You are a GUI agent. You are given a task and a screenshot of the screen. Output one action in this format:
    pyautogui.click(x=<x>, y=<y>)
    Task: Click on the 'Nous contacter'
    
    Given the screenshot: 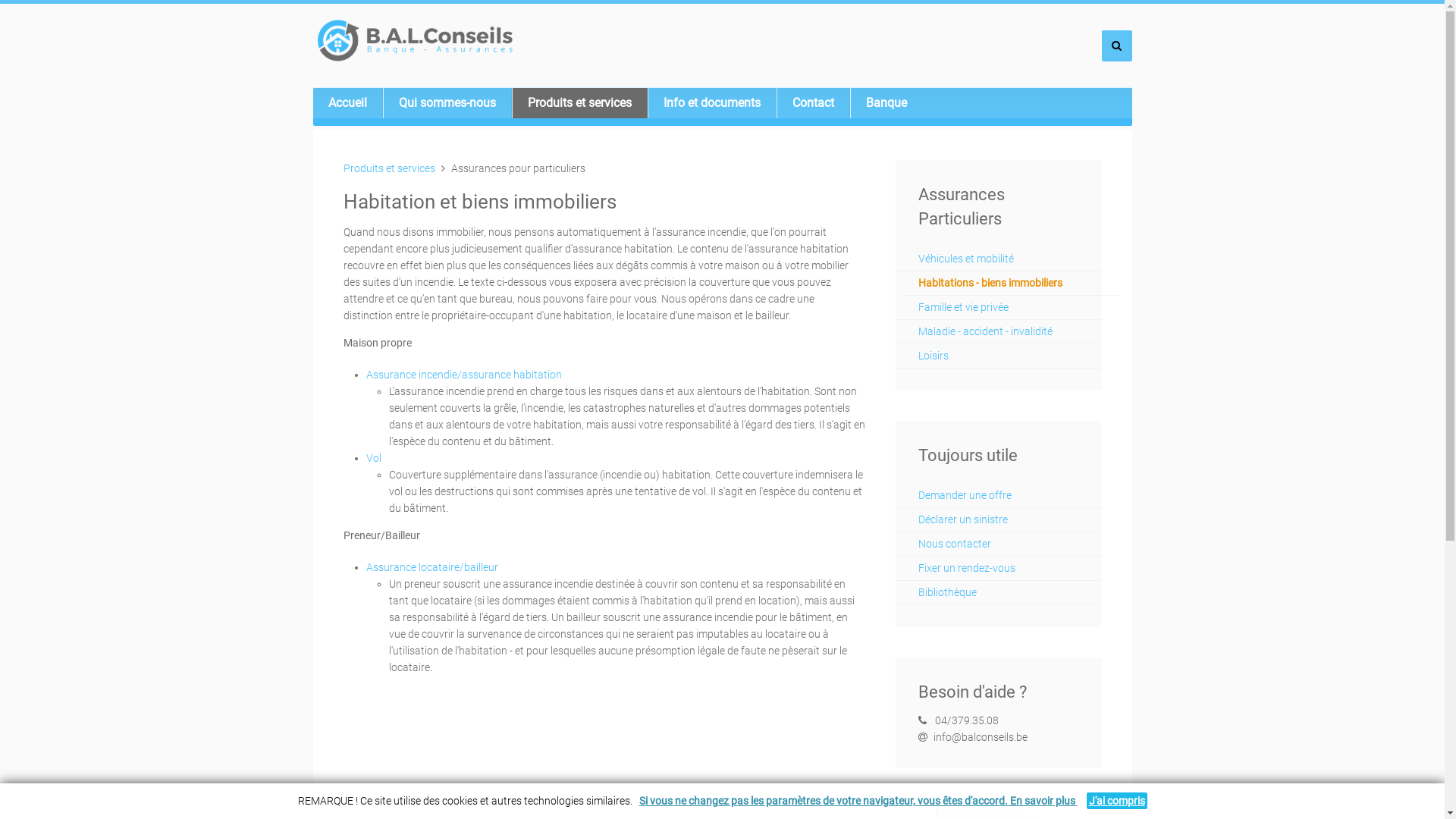 What is the action you would take?
    pyautogui.click(x=997, y=543)
    